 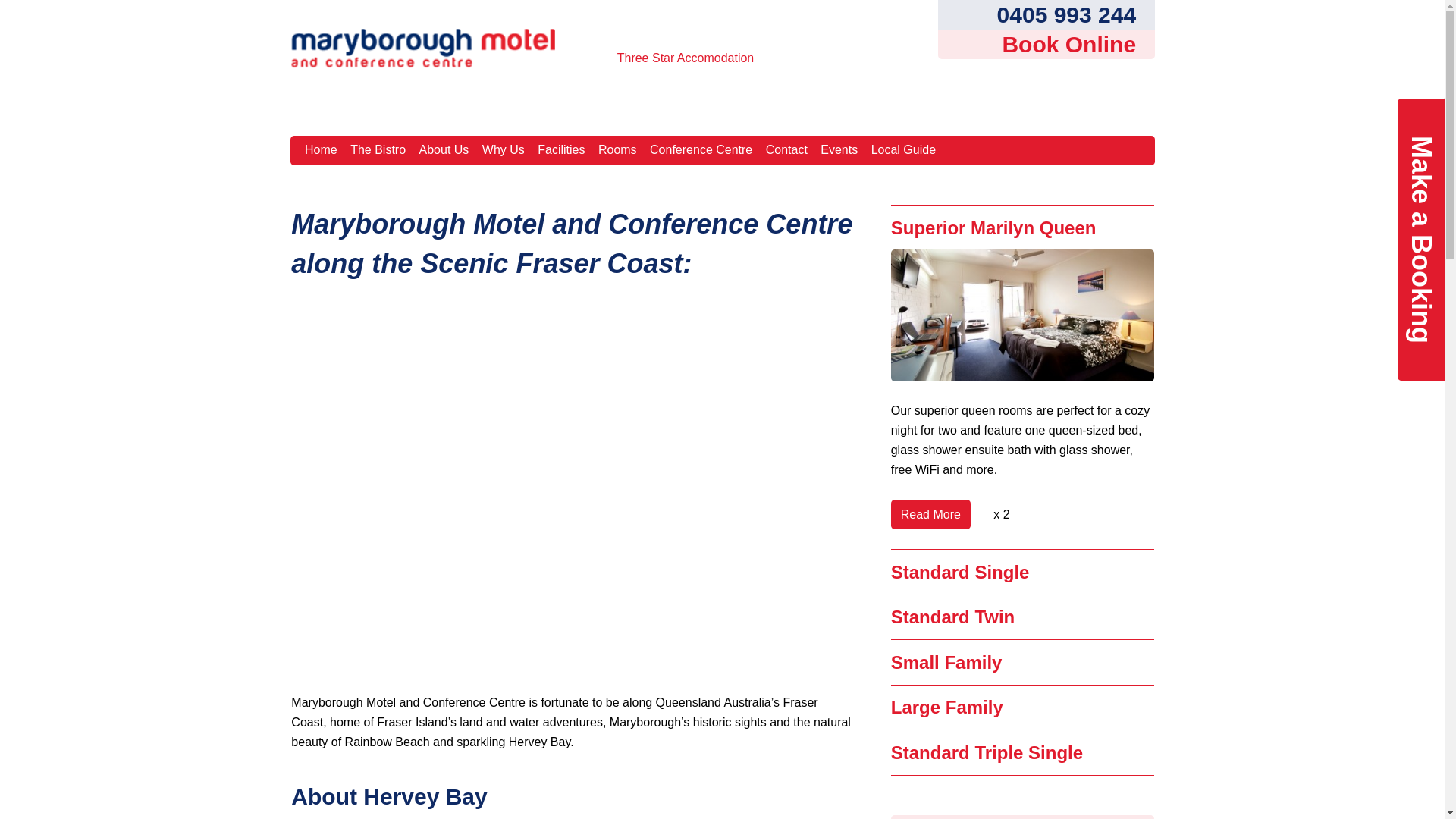 I want to click on 'Small Family', so click(x=946, y=661).